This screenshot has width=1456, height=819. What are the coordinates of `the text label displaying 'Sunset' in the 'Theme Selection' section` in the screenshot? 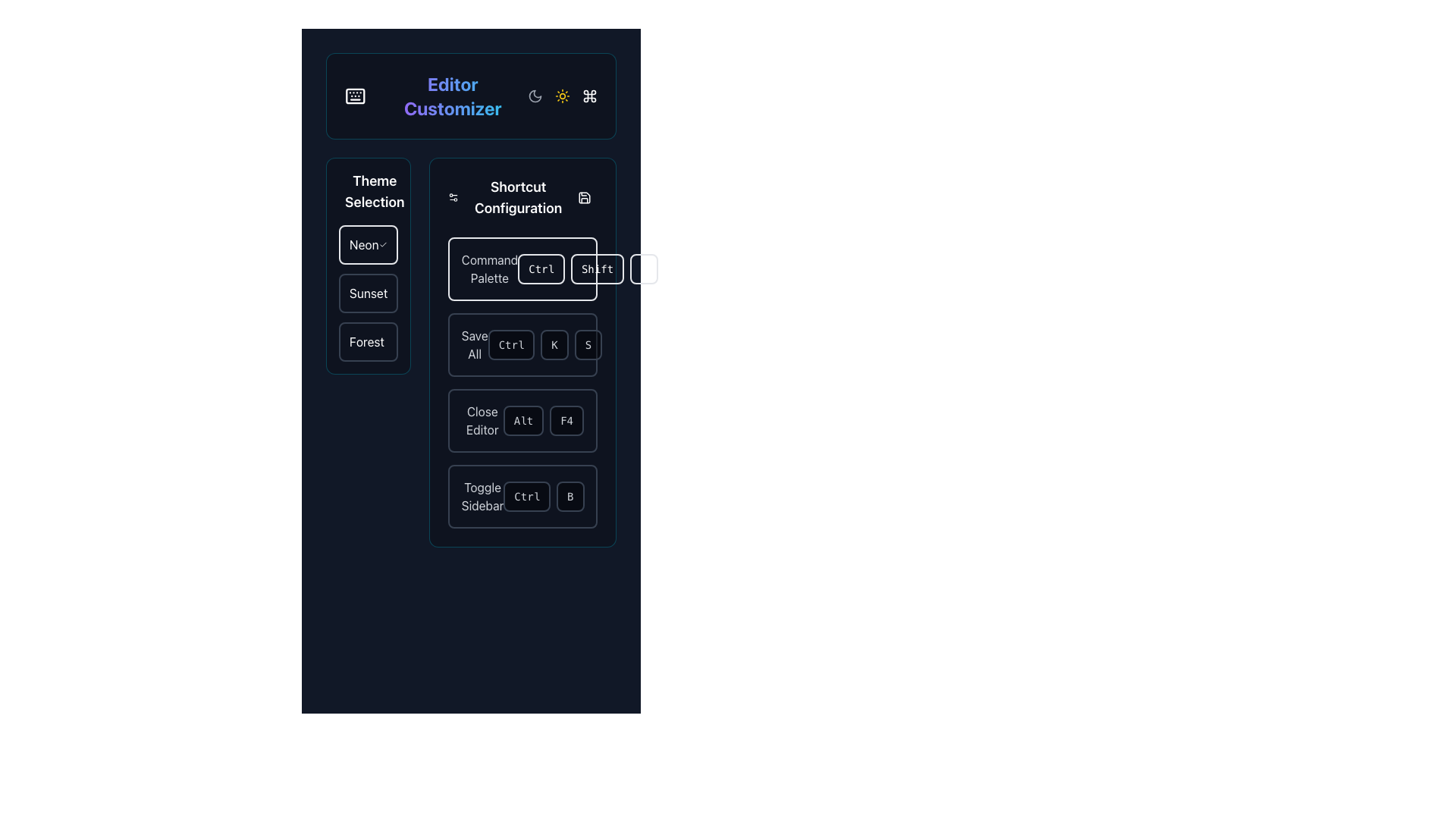 It's located at (369, 293).